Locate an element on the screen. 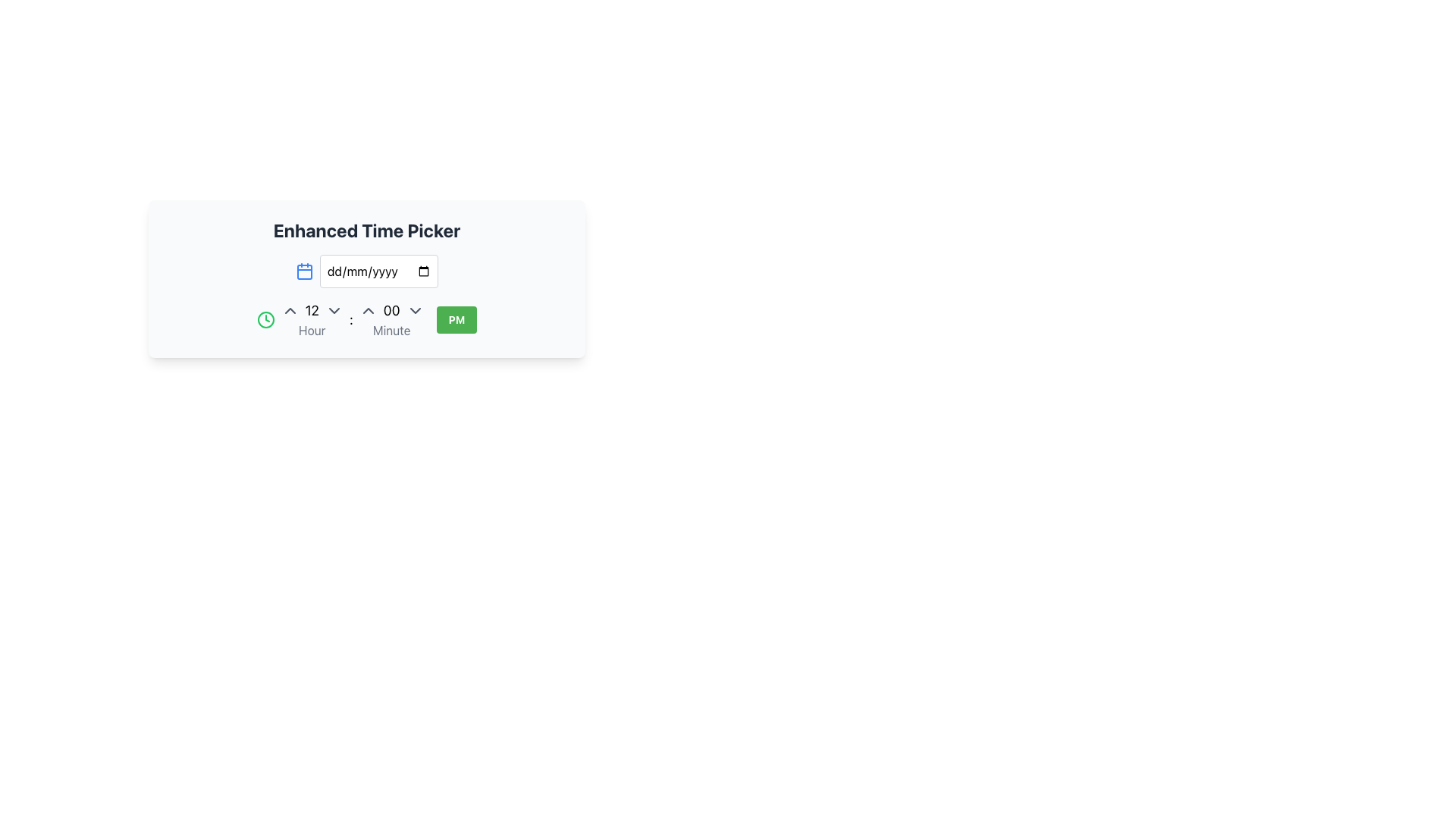  the label displaying '12 Hour' in the hour selection section of the time picker interface is located at coordinates (311, 318).